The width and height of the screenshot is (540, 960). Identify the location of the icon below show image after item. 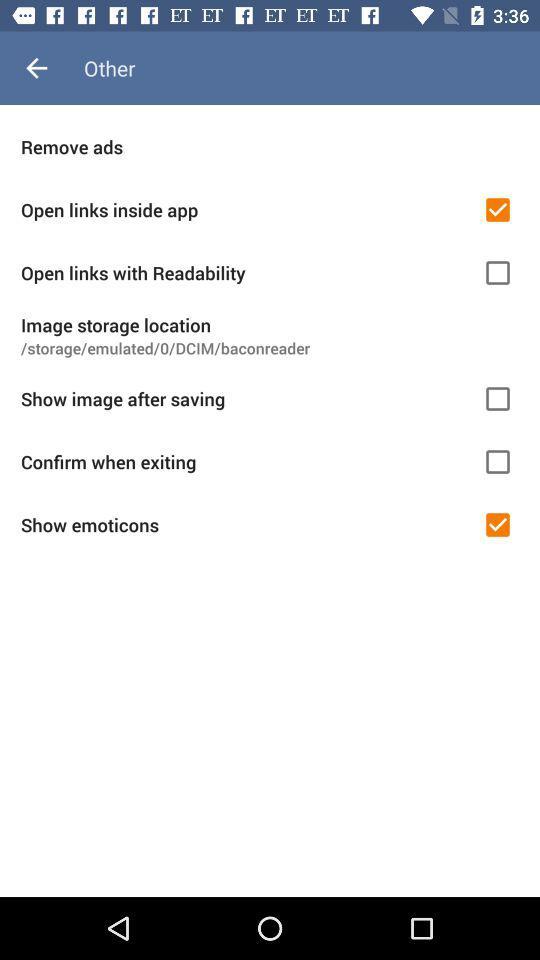
(245, 462).